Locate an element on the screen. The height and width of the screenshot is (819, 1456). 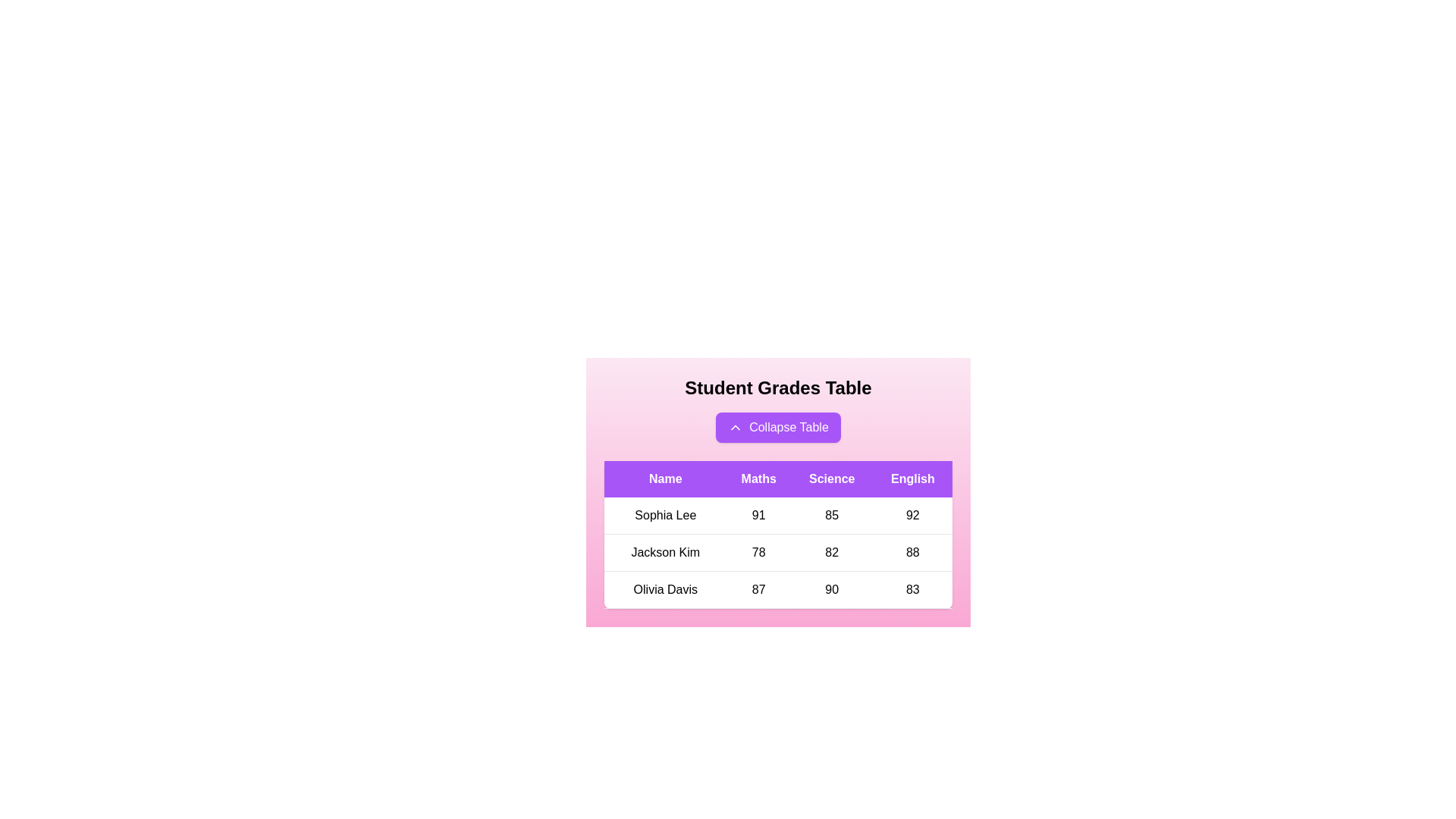
the header Science to sort the table by that column is located at coordinates (831, 479).